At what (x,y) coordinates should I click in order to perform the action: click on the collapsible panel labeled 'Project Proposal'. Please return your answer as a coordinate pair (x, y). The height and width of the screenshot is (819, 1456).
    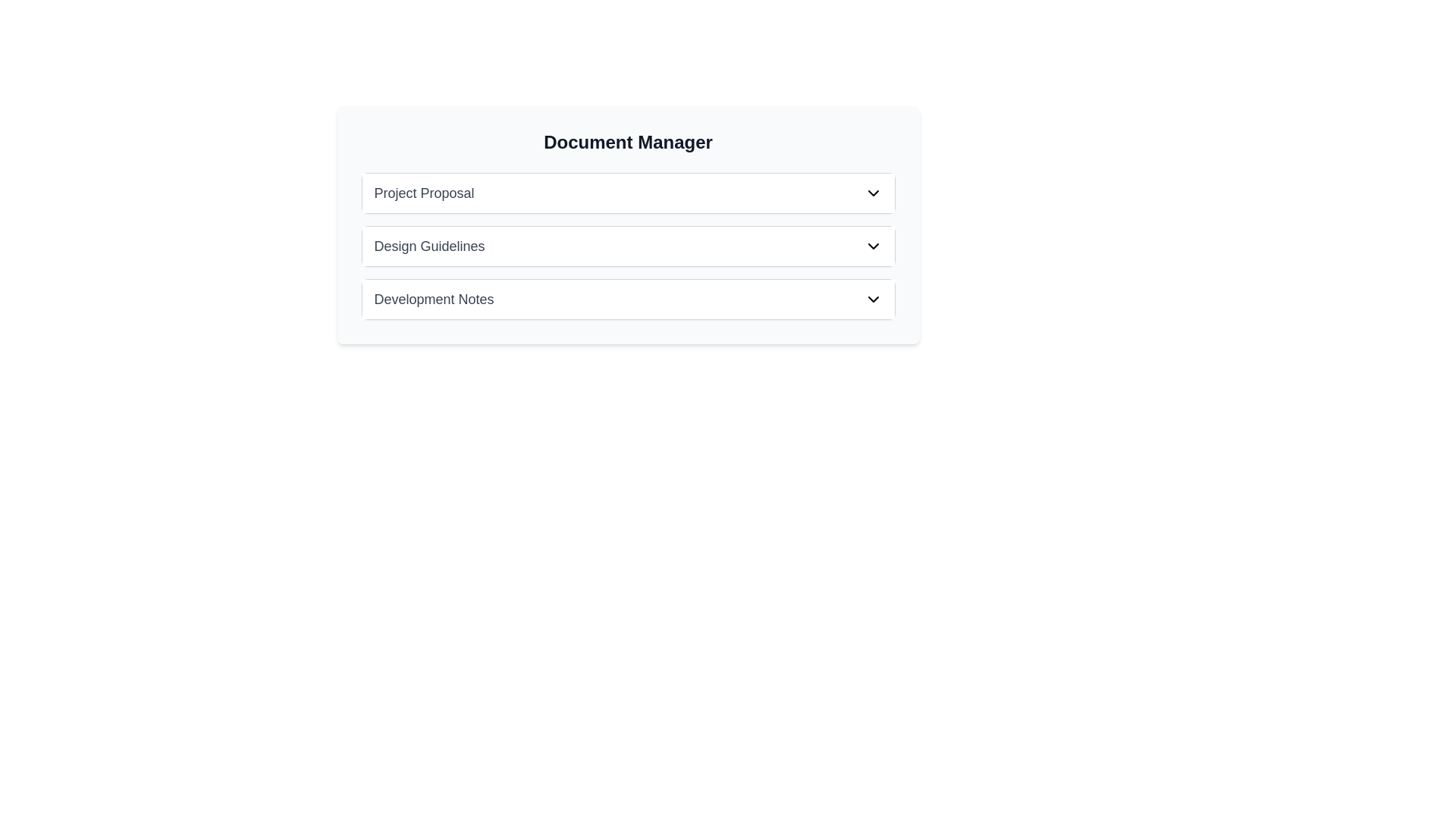
    Looking at the image, I should click on (628, 192).